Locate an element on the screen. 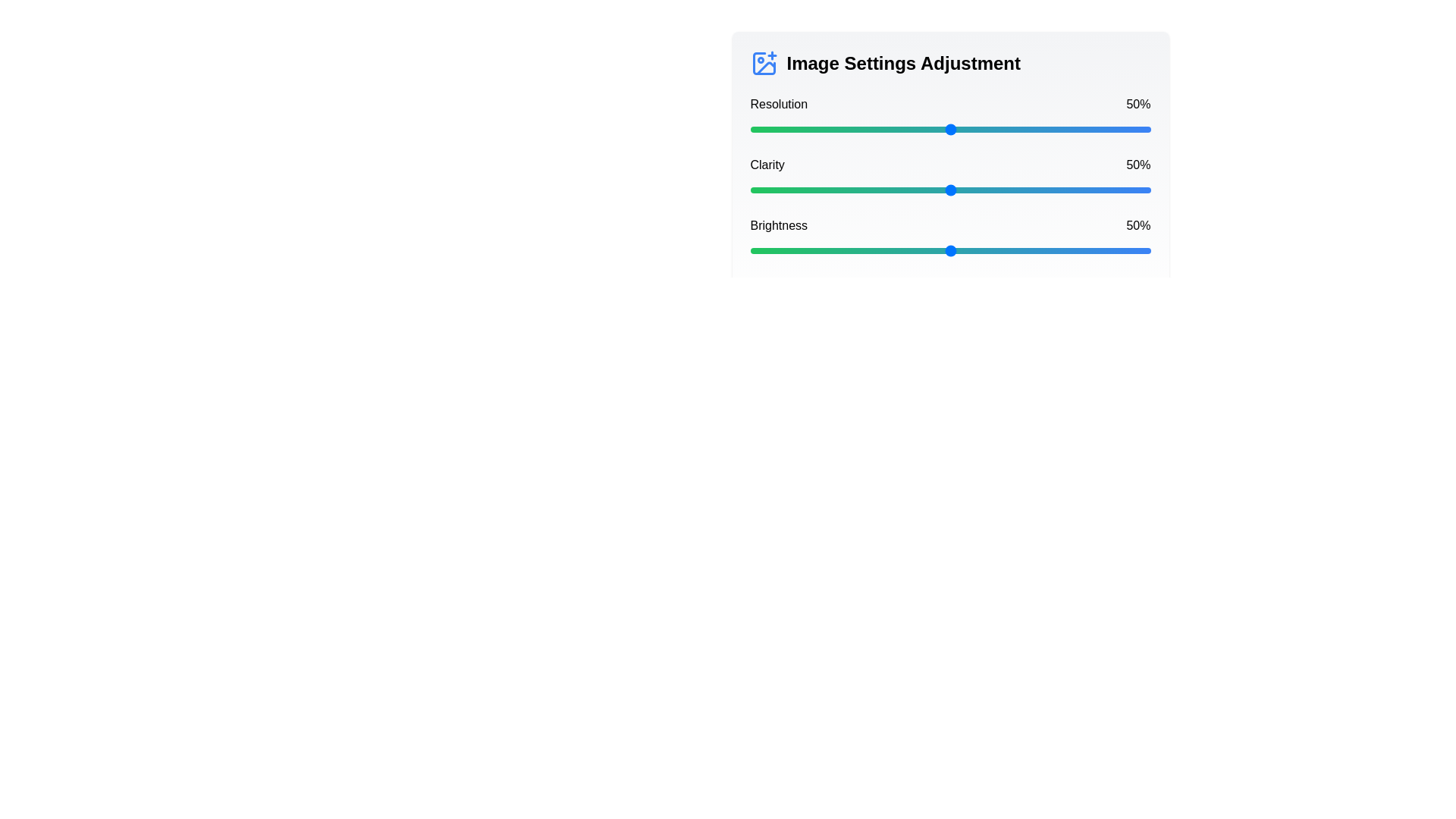  the resolution slider to 2% is located at coordinates (758, 128).